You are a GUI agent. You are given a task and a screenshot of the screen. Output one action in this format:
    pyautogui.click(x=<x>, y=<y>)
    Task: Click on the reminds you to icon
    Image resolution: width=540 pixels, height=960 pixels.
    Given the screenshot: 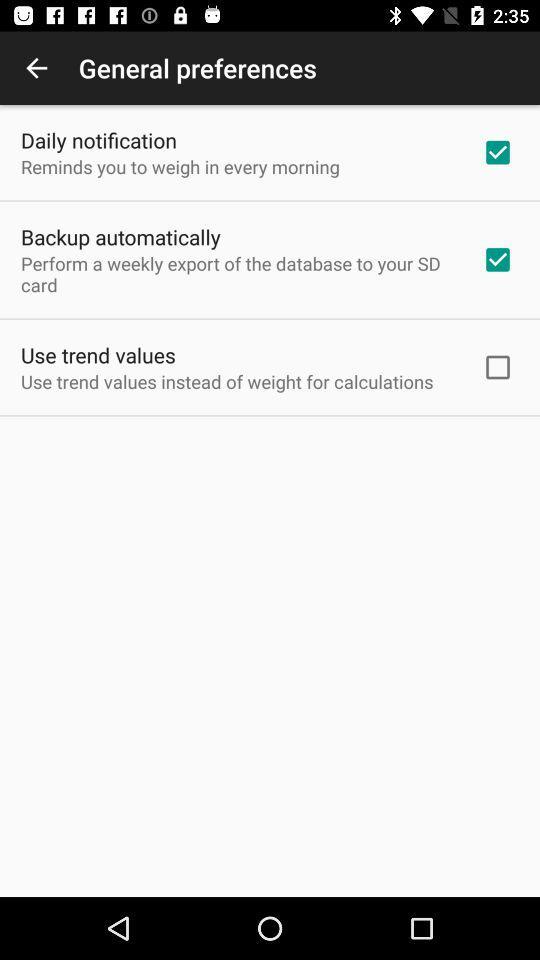 What is the action you would take?
    pyautogui.click(x=180, y=165)
    